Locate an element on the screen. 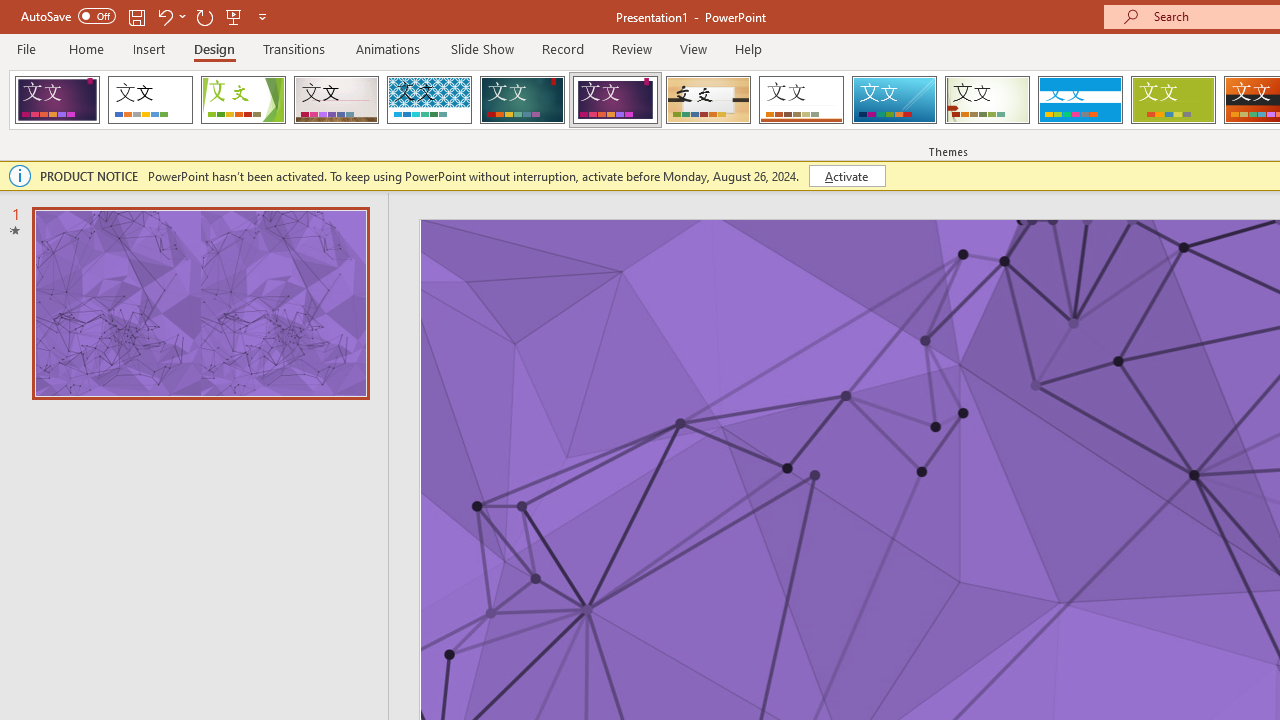 The image size is (1280, 720). 'Facet' is located at coordinates (242, 100).